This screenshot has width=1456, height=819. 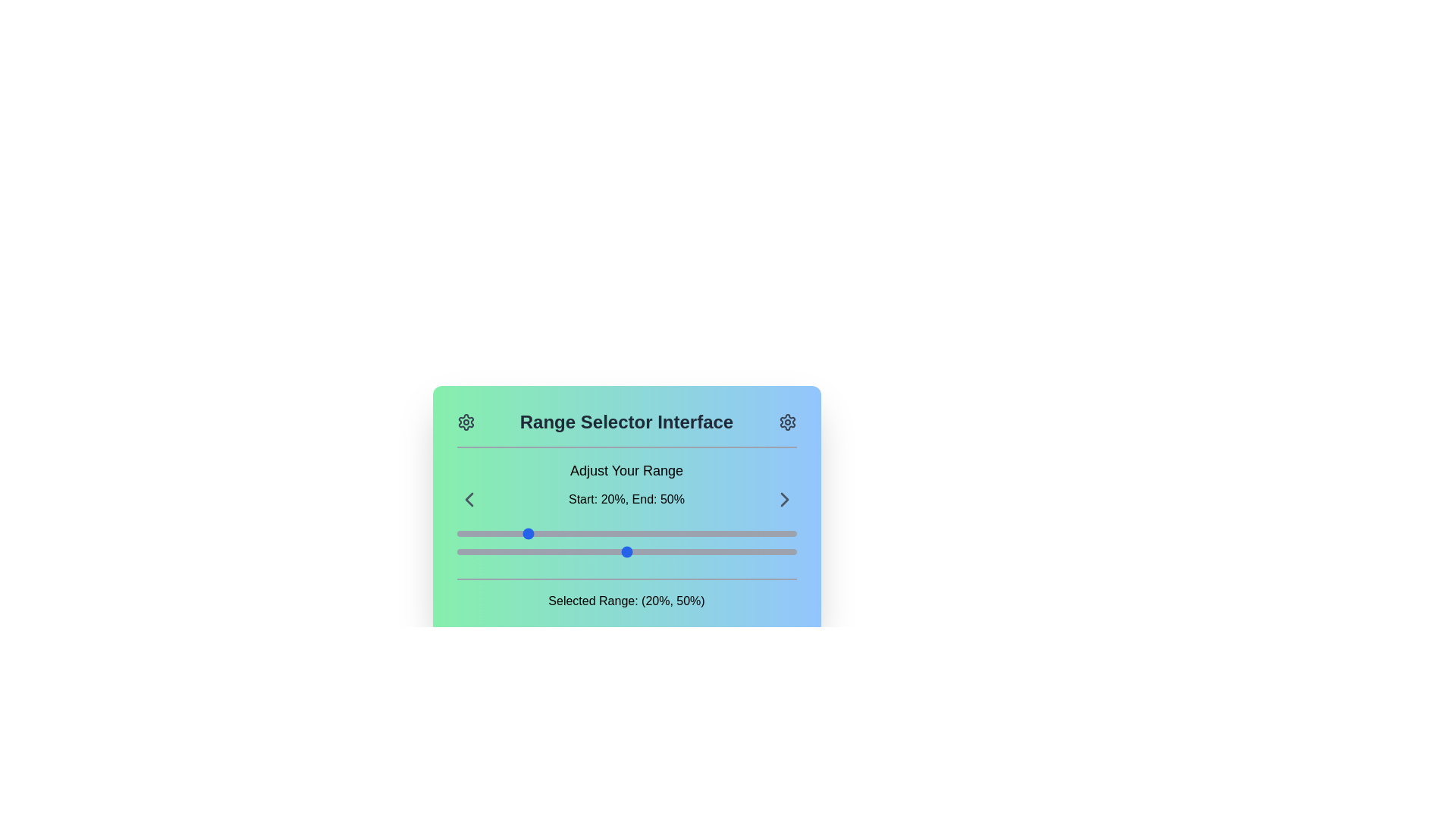 I want to click on the slider value, so click(x=701, y=552).